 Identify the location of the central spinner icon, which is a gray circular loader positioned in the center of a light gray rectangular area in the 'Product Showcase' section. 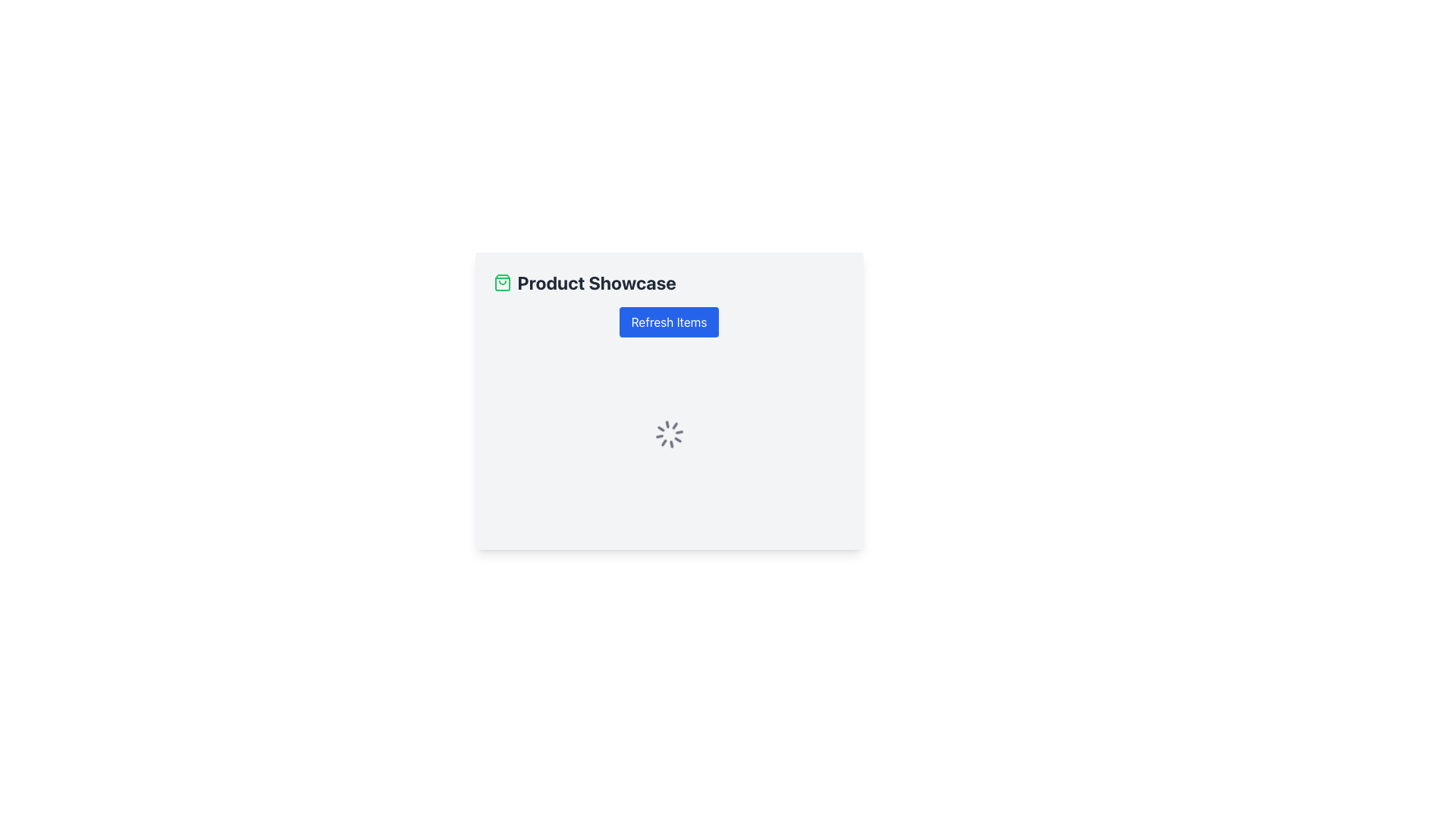
(668, 435).